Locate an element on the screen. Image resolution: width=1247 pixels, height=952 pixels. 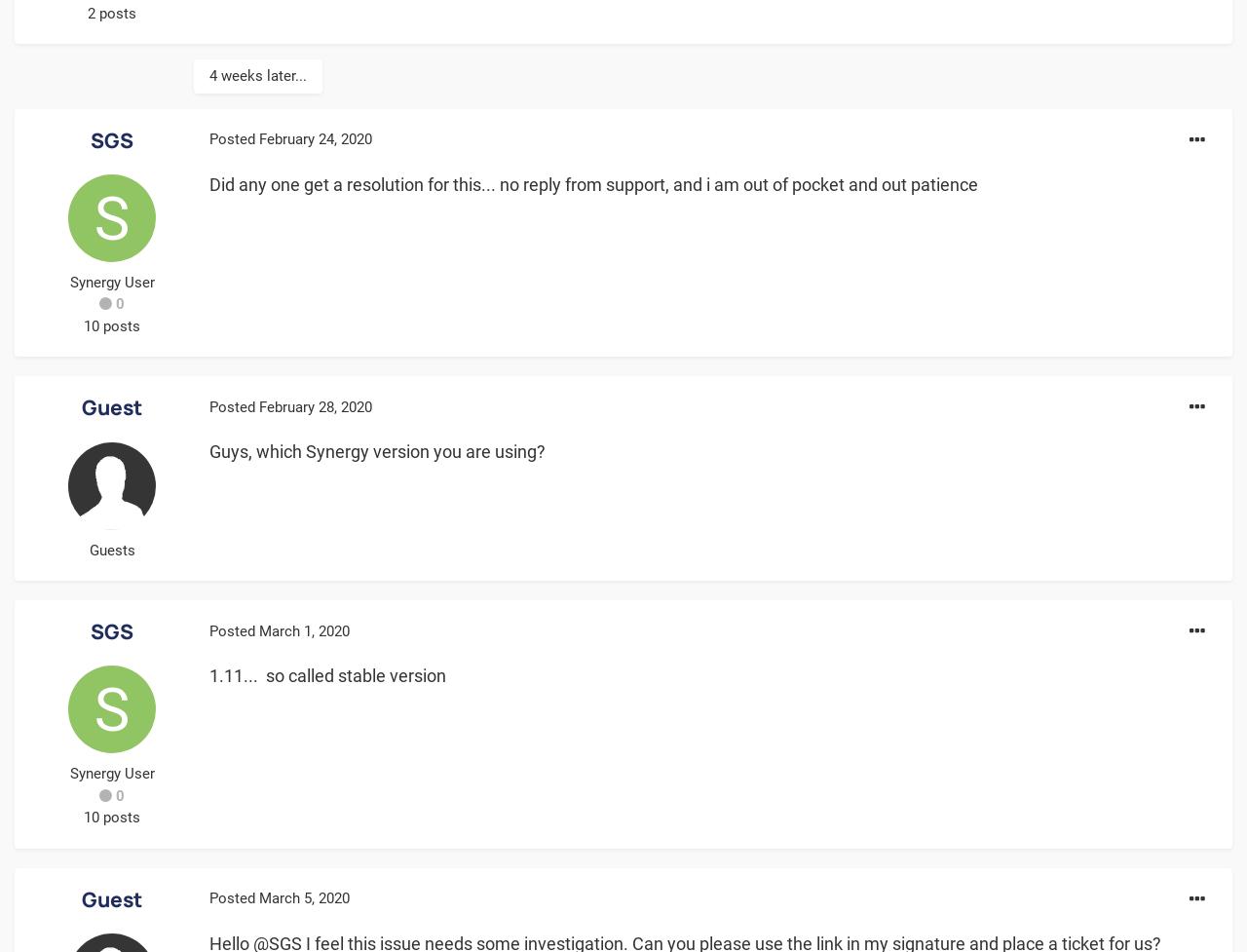
'1.11...  so called stable version' is located at coordinates (327, 675).